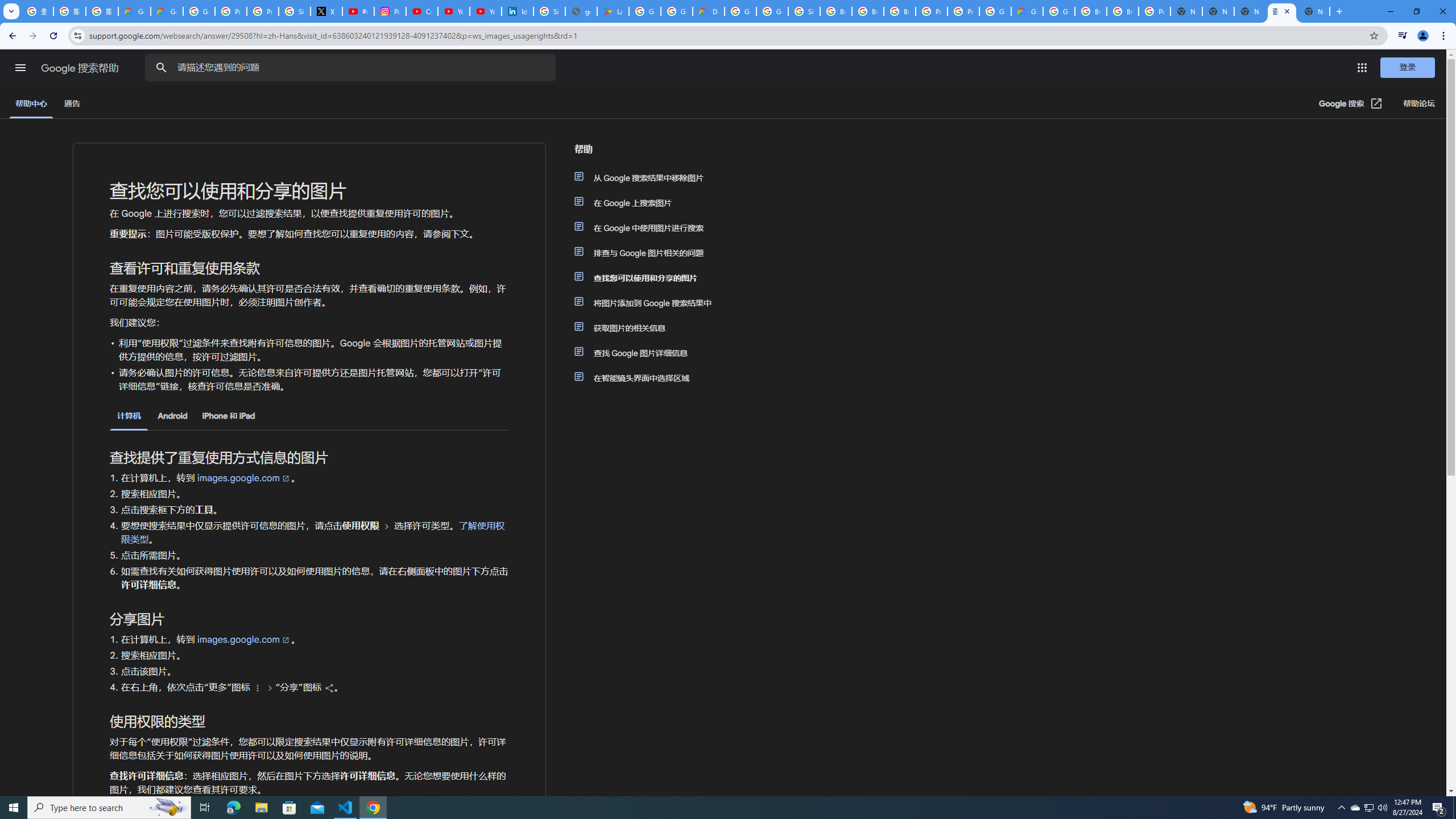 This screenshot has height=819, width=1456. What do you see at coordinates (1338, 11) in the screenshot?
I see `'New Tab'` at bounding box center [1338, 11].